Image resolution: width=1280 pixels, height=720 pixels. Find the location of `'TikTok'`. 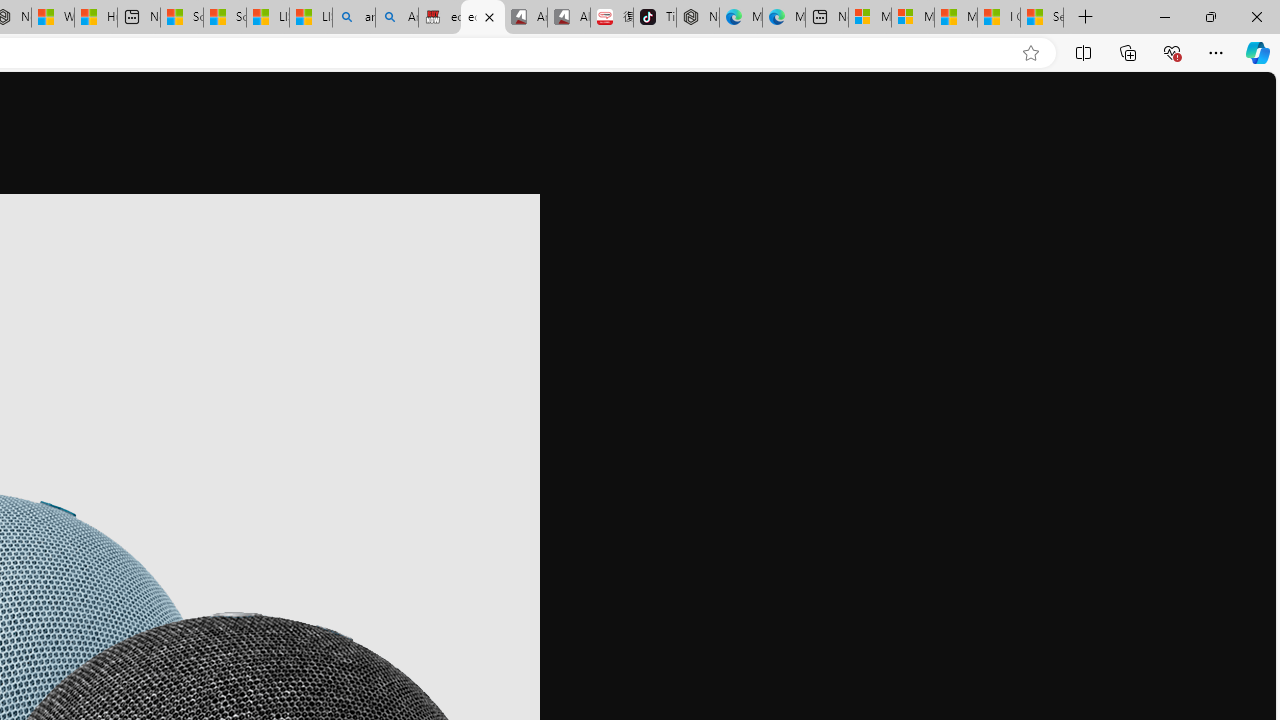

'TikTok' is located at coordinates (654, 17).